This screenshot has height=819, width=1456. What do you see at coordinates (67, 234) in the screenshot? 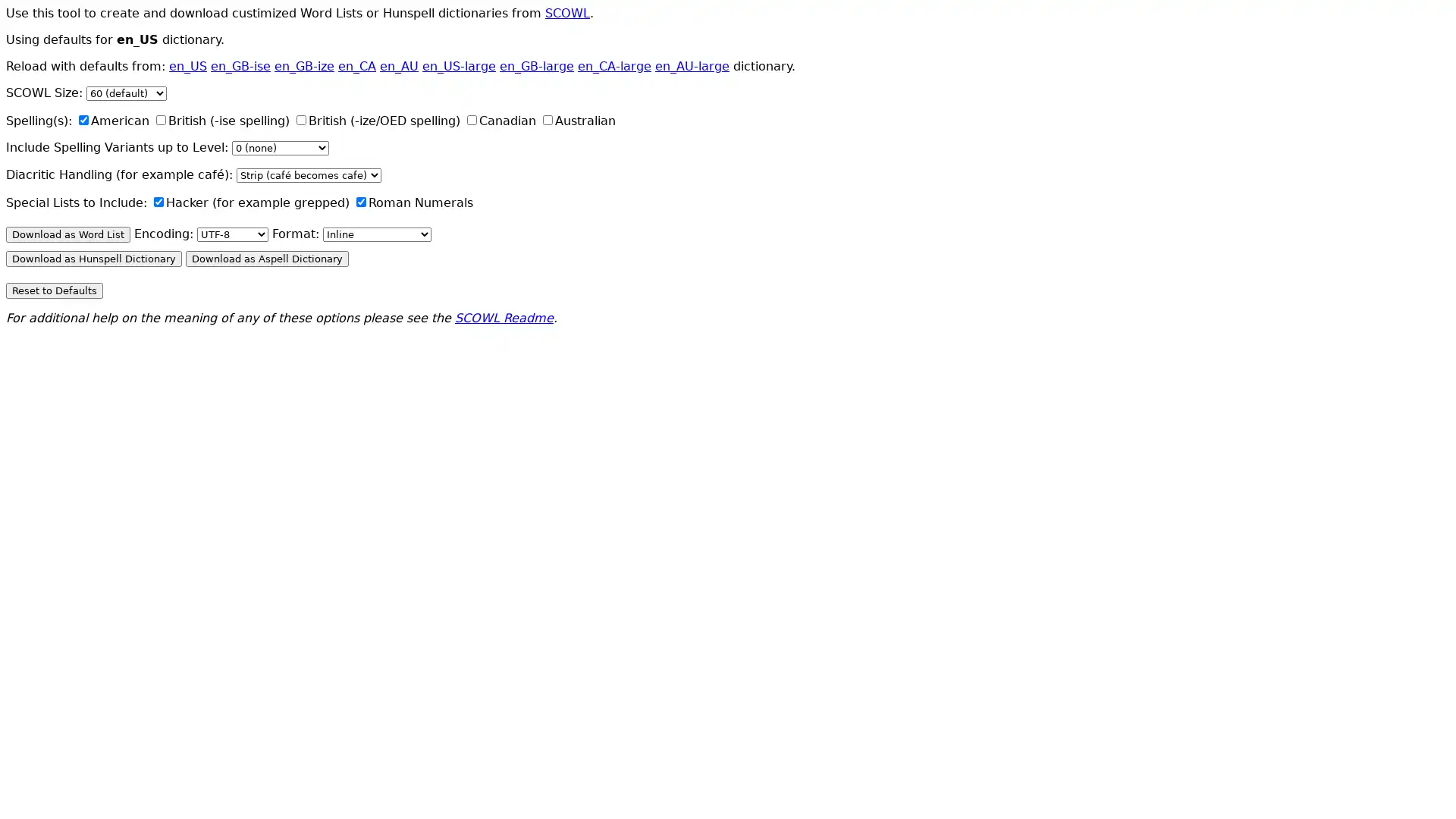
I see `Download as Word List` at bounding box center [67, 234].